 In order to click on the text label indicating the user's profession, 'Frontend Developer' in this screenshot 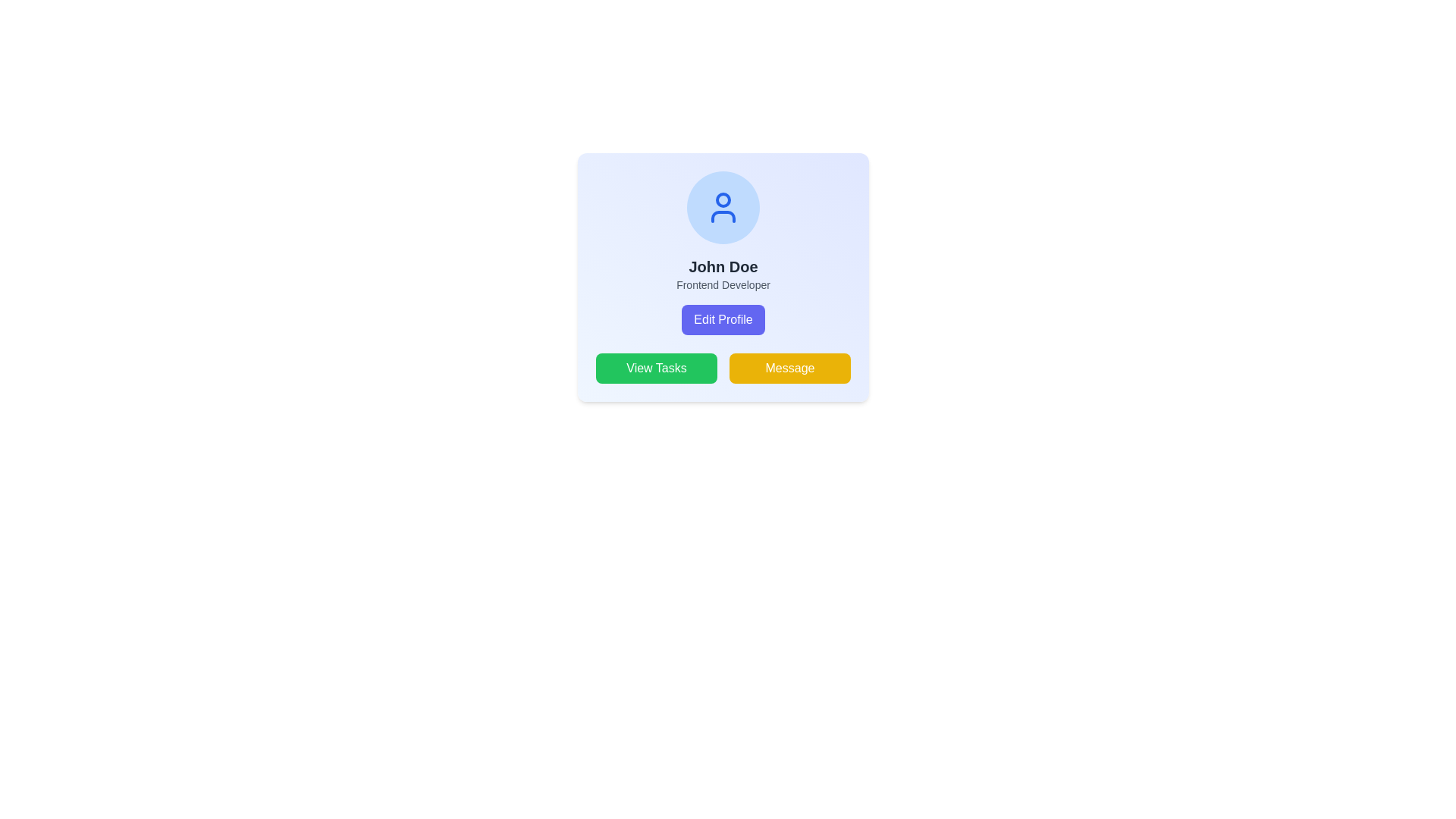, I will do `click(723, 284)`.